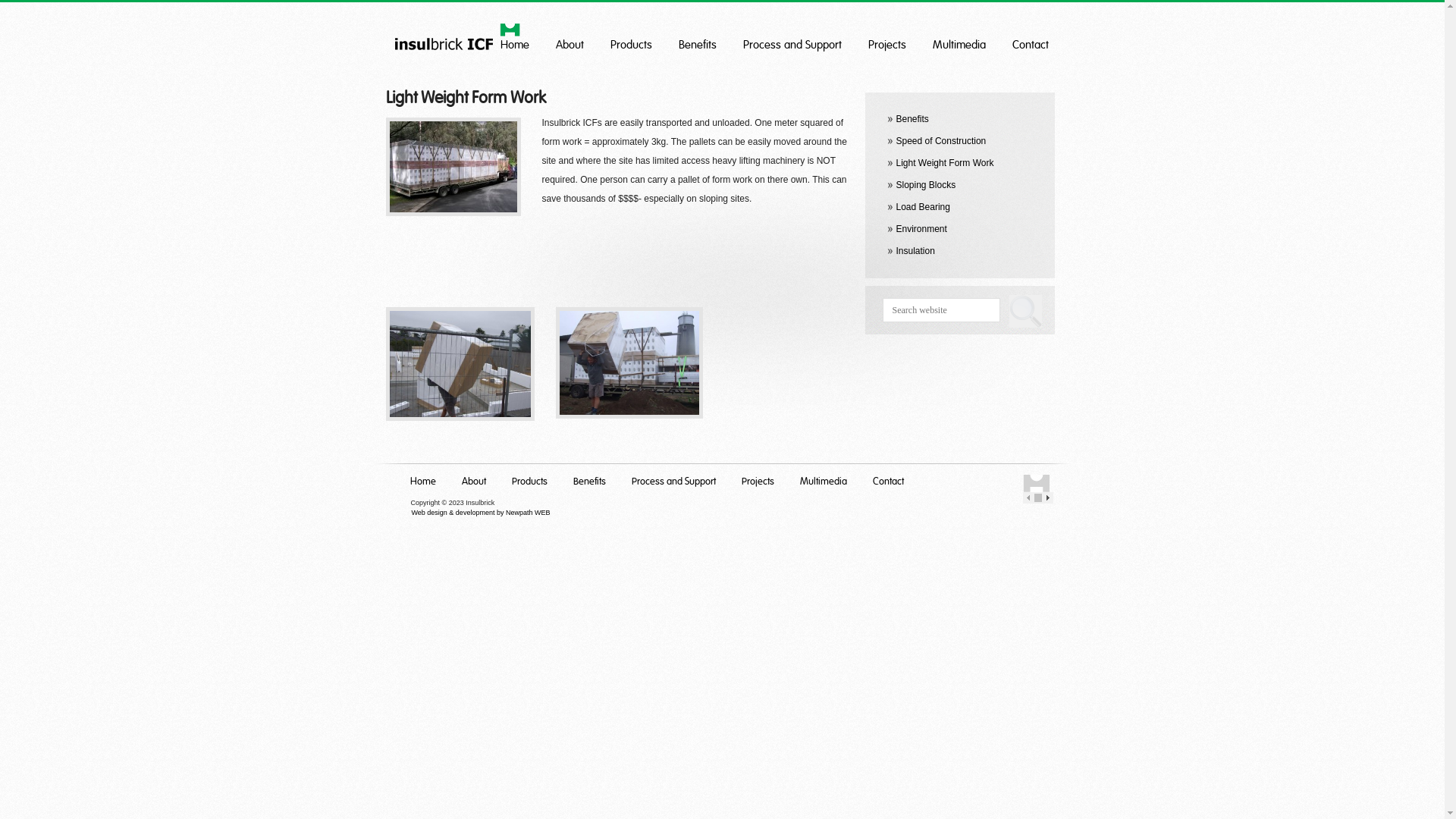 The image size is (1456, 819). I want to click on 'Projects', so click(886, 40).